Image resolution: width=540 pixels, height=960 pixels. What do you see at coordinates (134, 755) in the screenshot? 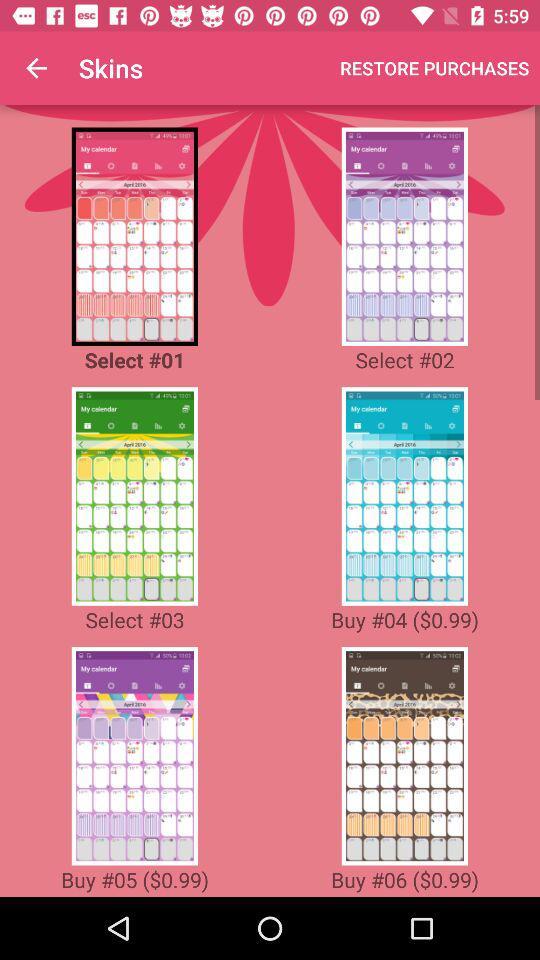
I see `skin select` at bounding box center [134, 755].